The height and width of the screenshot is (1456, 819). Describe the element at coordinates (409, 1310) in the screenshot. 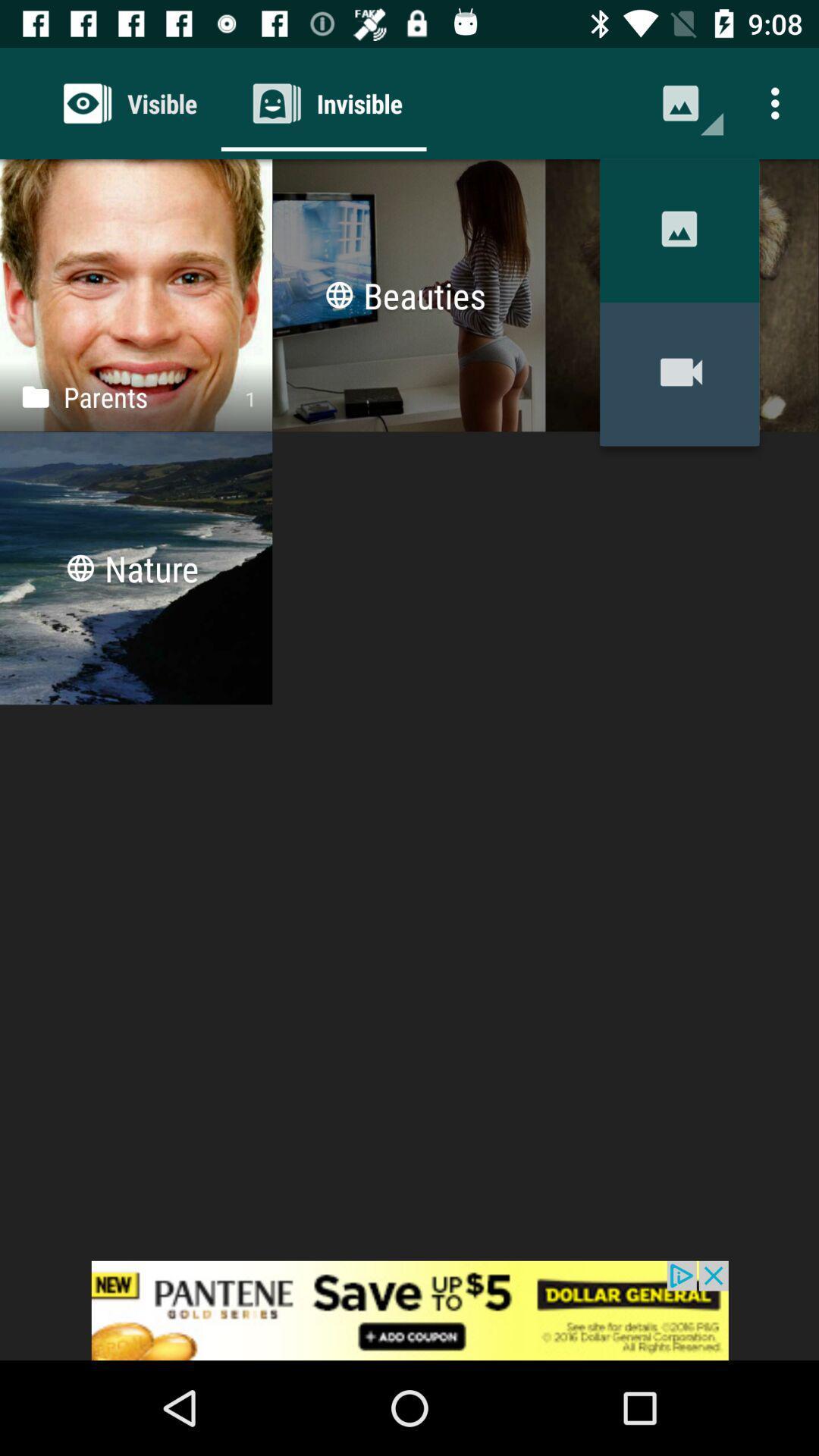

I see `advertisement page` at that location.